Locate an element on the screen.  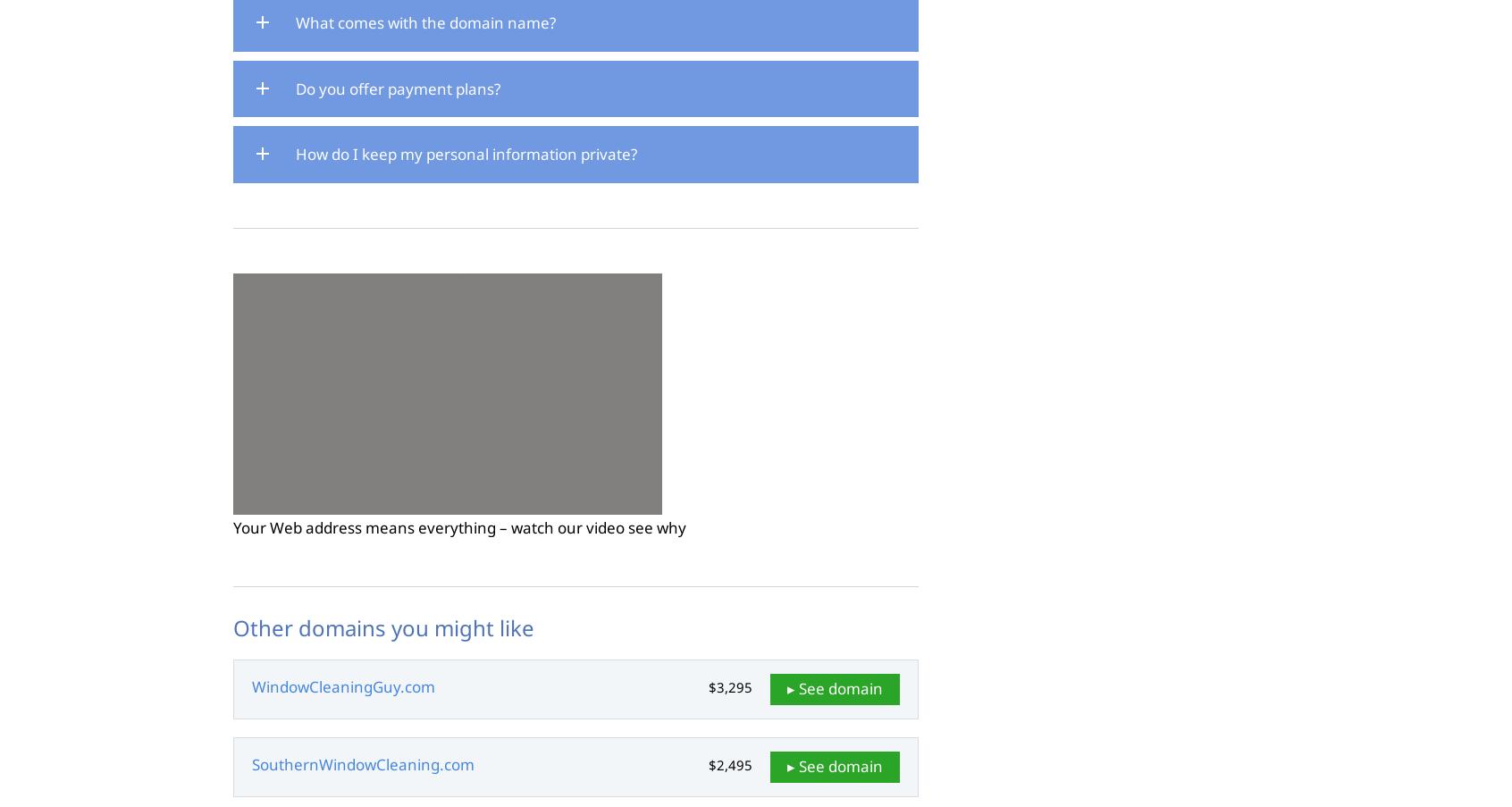
'WindowCleaningGuy.com' is located at coordinates (343, 686).